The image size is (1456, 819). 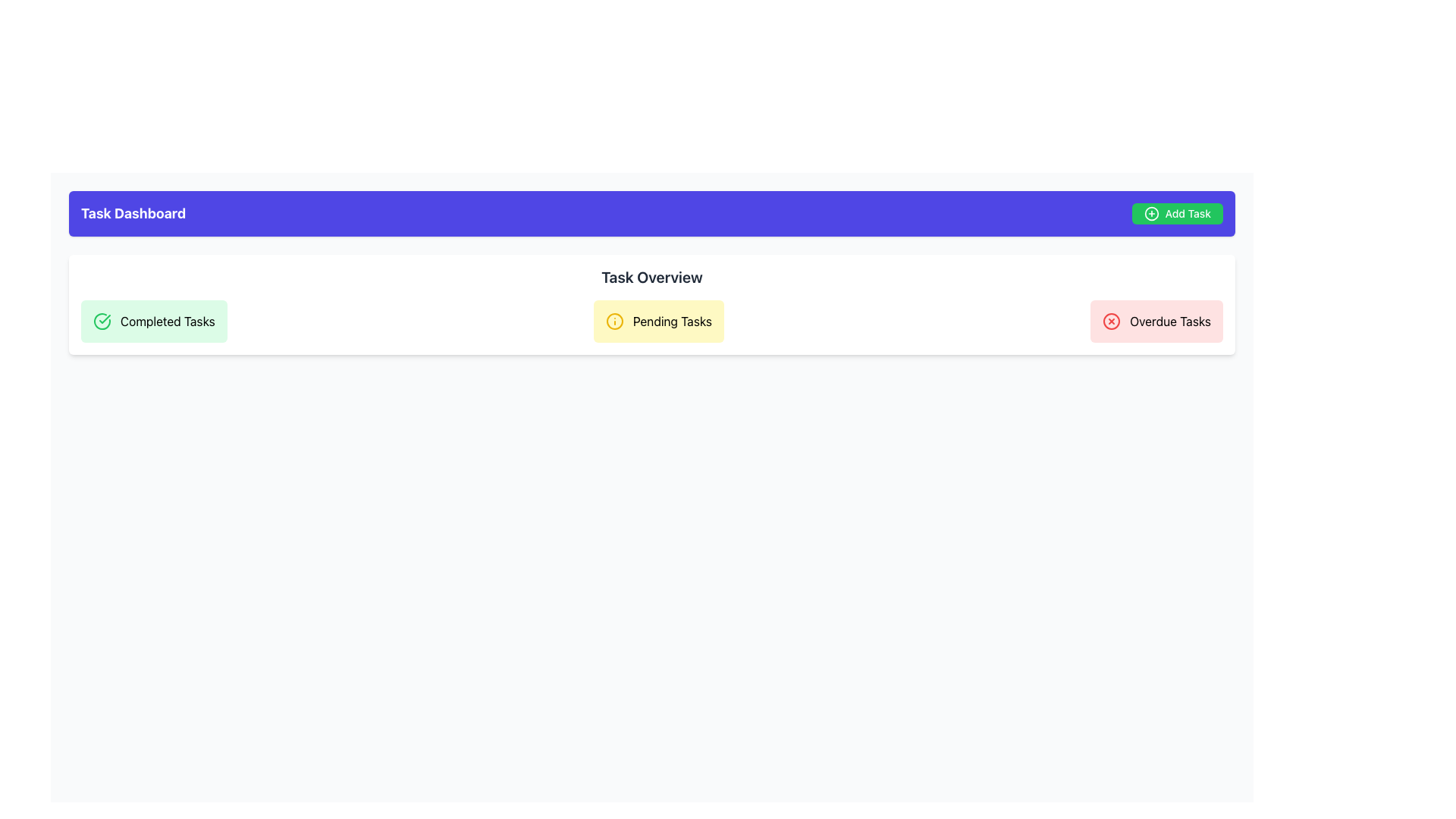 What do you see at coordinates (154, 321) in the screenshot?
I see `the Informative Card that displays 'Completed Tasks' with a green hue, located in the top-left of the 'Task Overview' section` at bounding box center [154, 321].